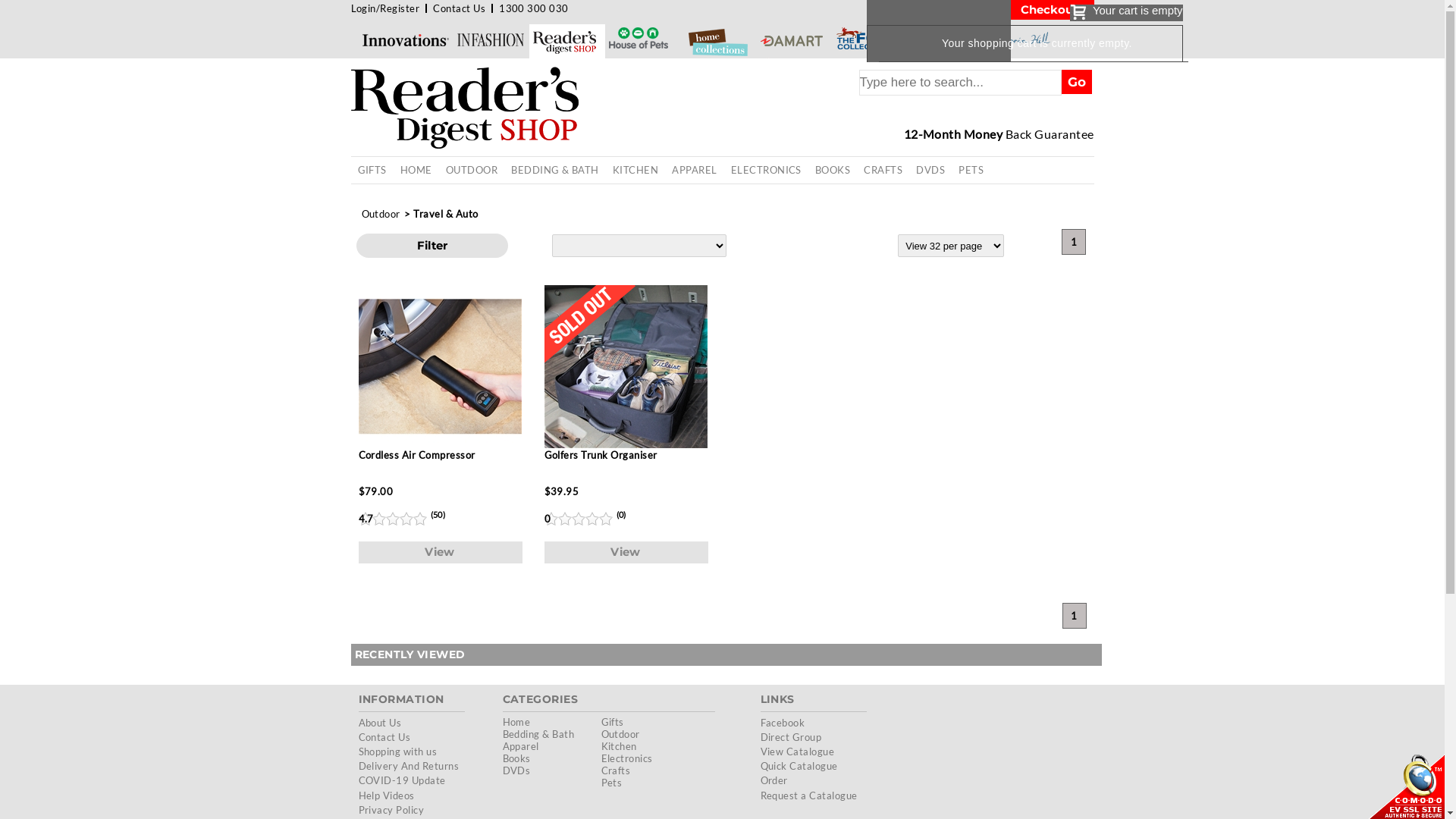 This screenshot has width=1456, height=819. Describe the element at coordinates (554, 170) in the screenshot. I see `'BEDDING & BATH'` at that location.